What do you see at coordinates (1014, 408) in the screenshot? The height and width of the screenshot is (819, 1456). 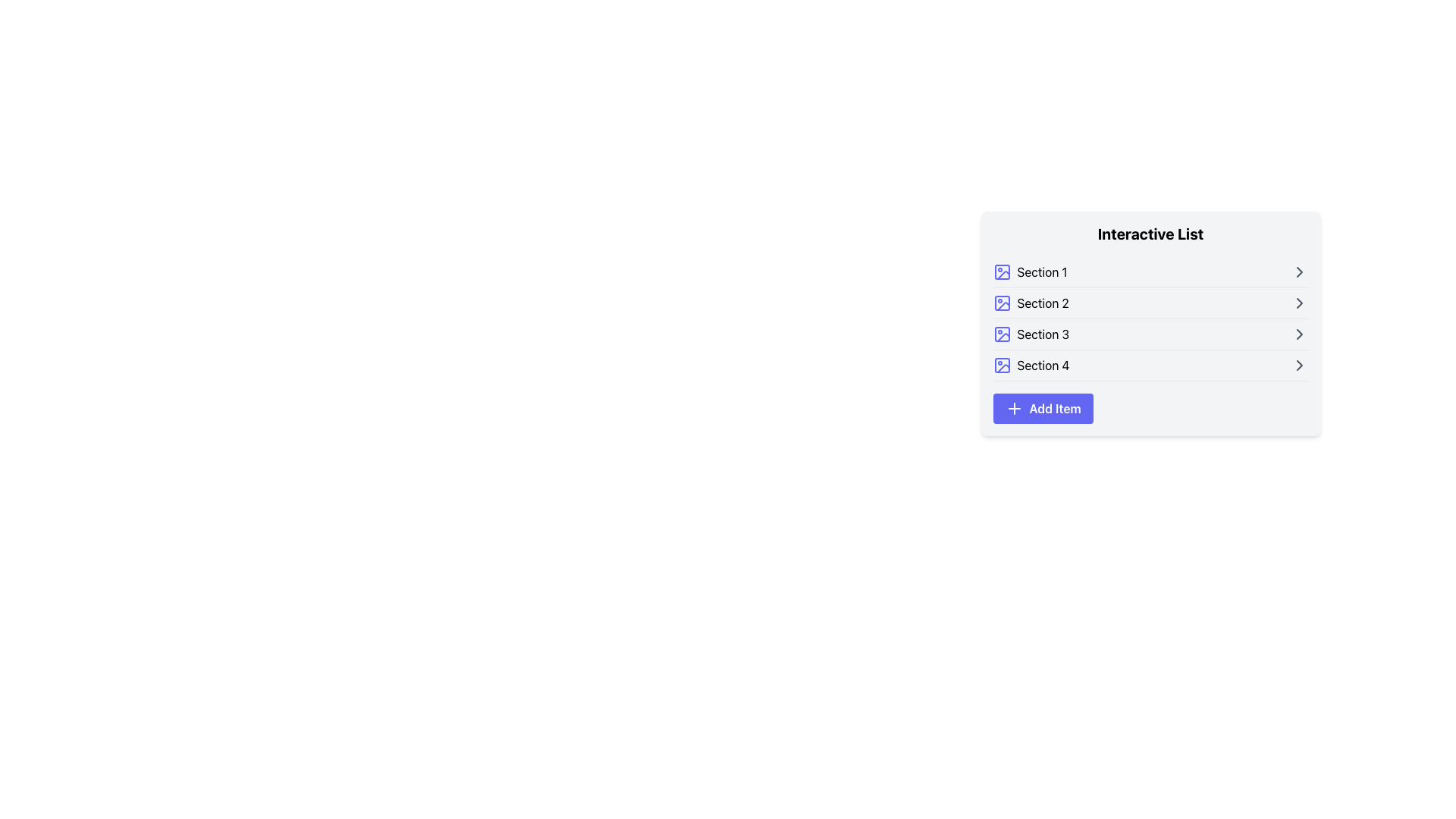 I see `the plus sign icon located next to the 'Add Item' button at the bottom of the 'Interactive List' panel` at bounding box center [1014, 408].